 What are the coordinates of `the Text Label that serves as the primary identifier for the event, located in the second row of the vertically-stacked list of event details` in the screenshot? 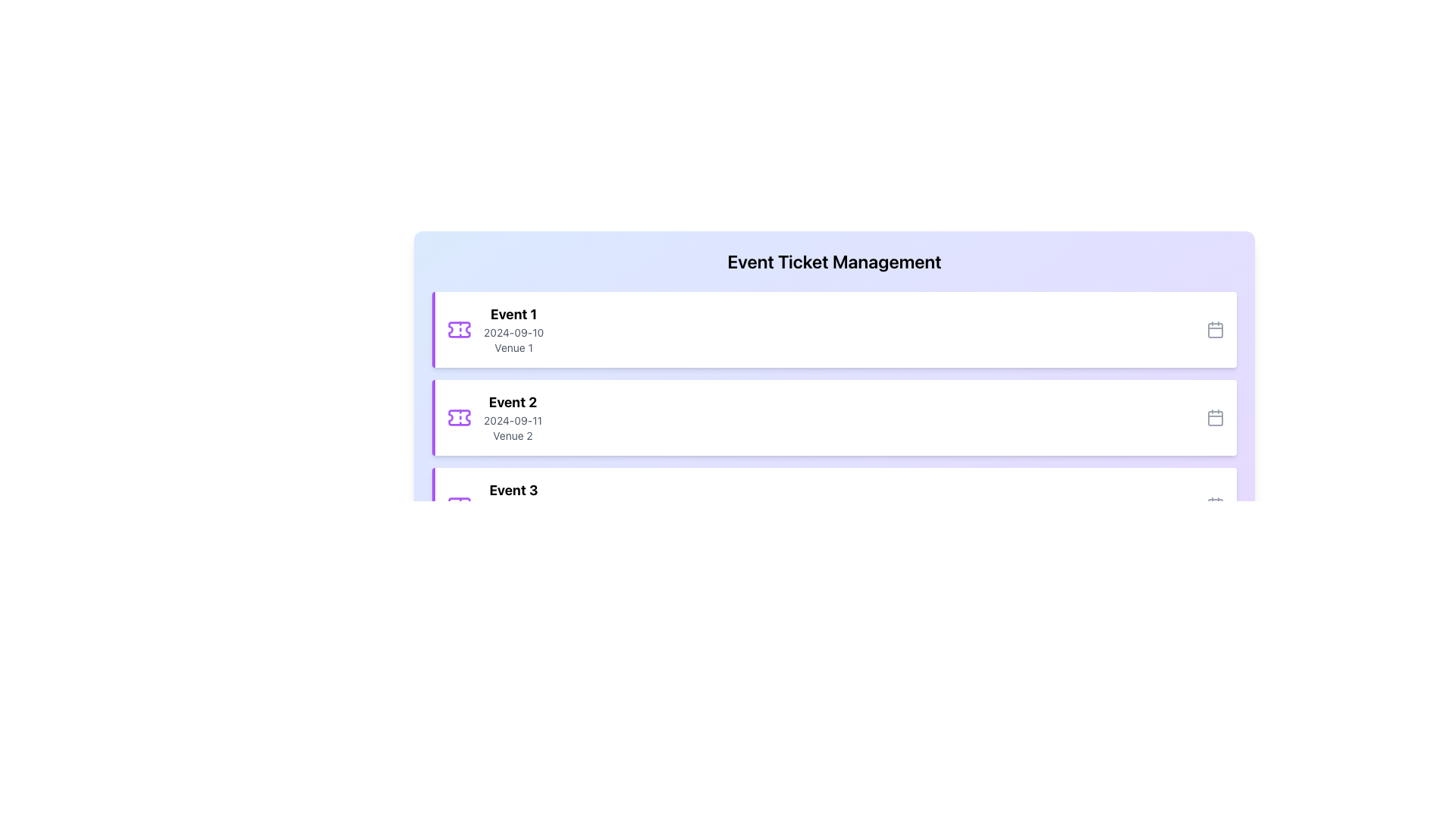 It's located at (513, 402).